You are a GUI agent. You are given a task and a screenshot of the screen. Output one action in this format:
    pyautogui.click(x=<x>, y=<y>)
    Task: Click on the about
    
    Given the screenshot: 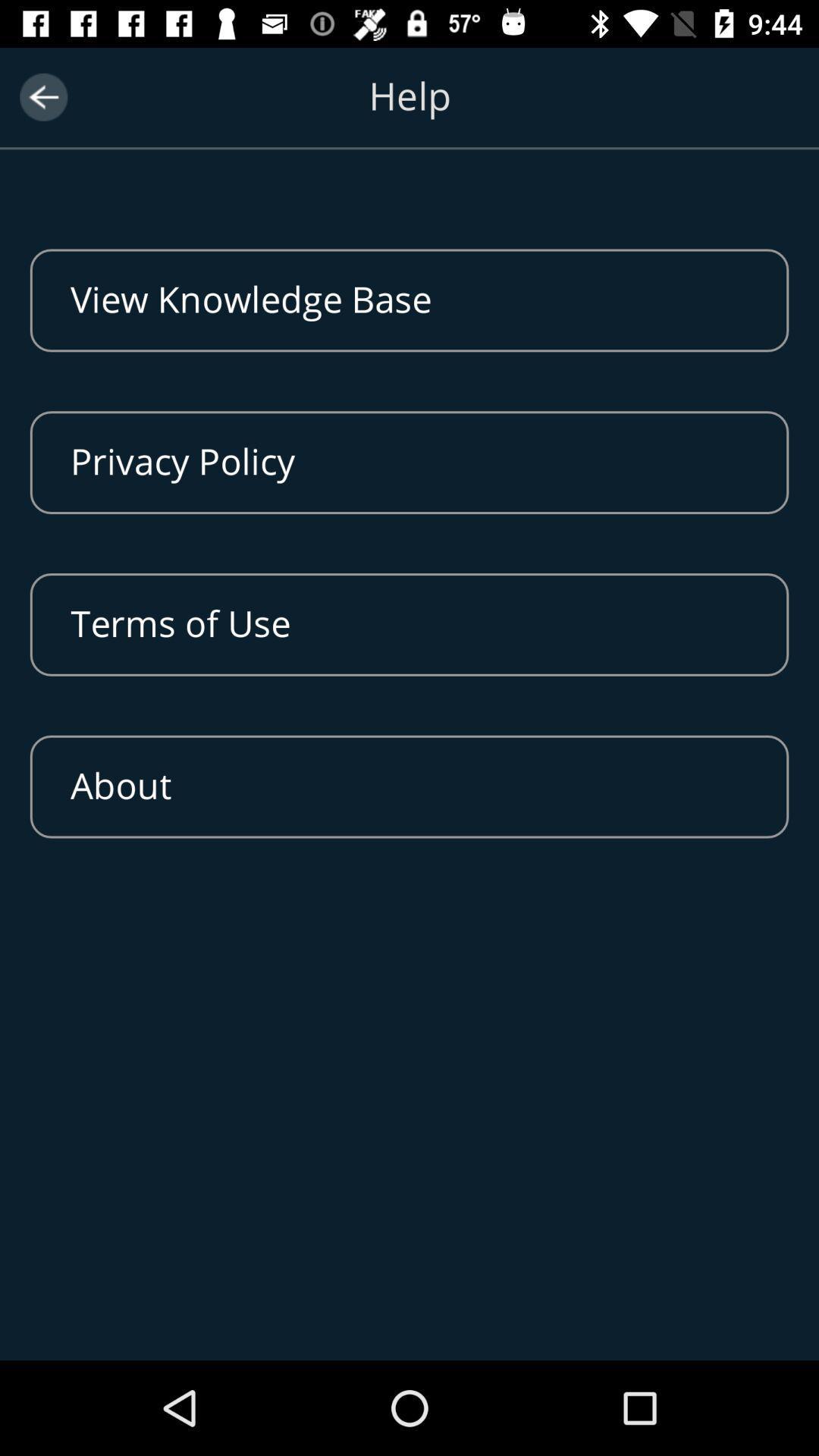 What is the action you would take?
    pyautogui.click(x=409, y=786)
    